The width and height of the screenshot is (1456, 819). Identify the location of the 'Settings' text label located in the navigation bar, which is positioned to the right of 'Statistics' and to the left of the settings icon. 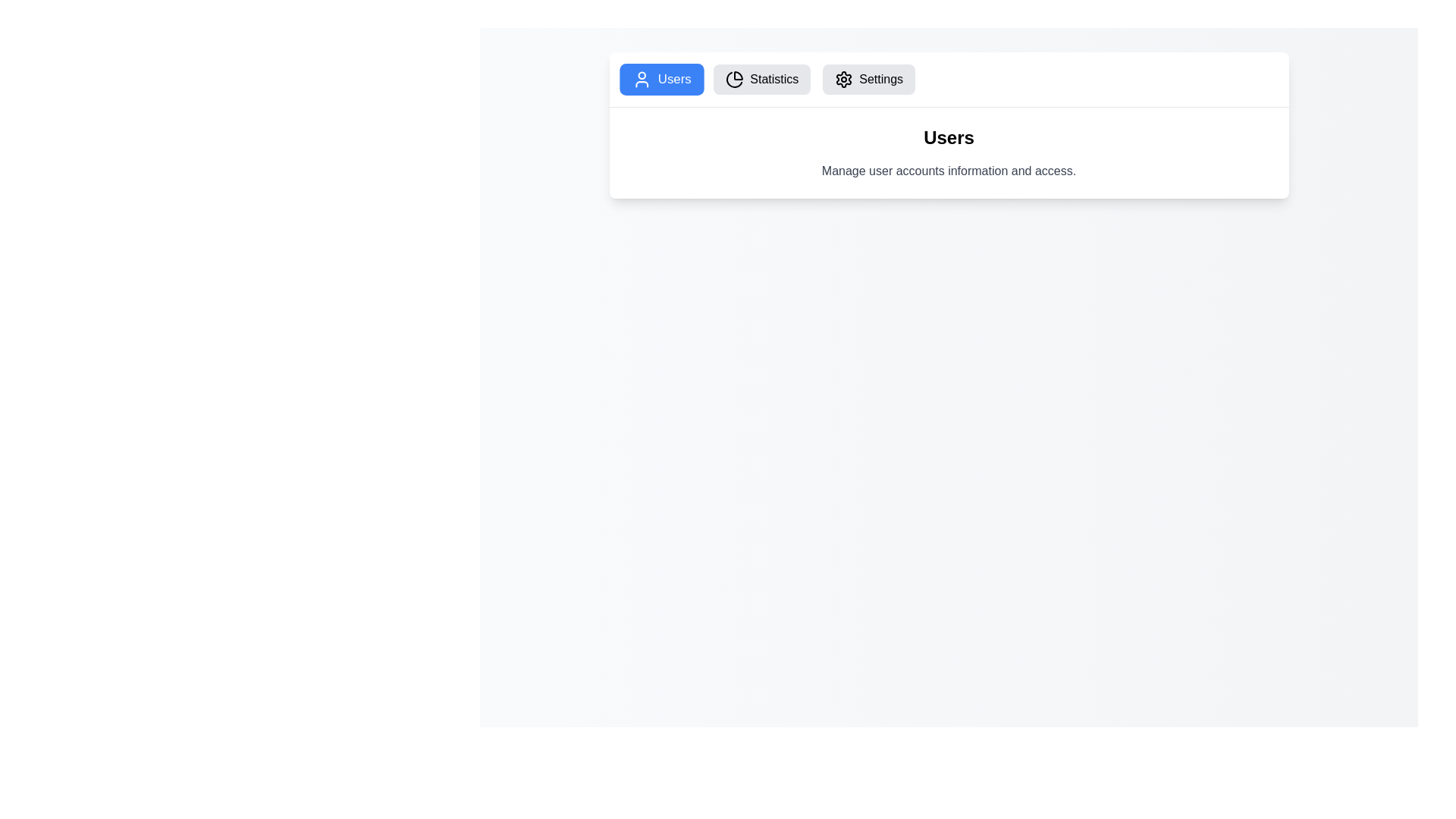
(881, 79).